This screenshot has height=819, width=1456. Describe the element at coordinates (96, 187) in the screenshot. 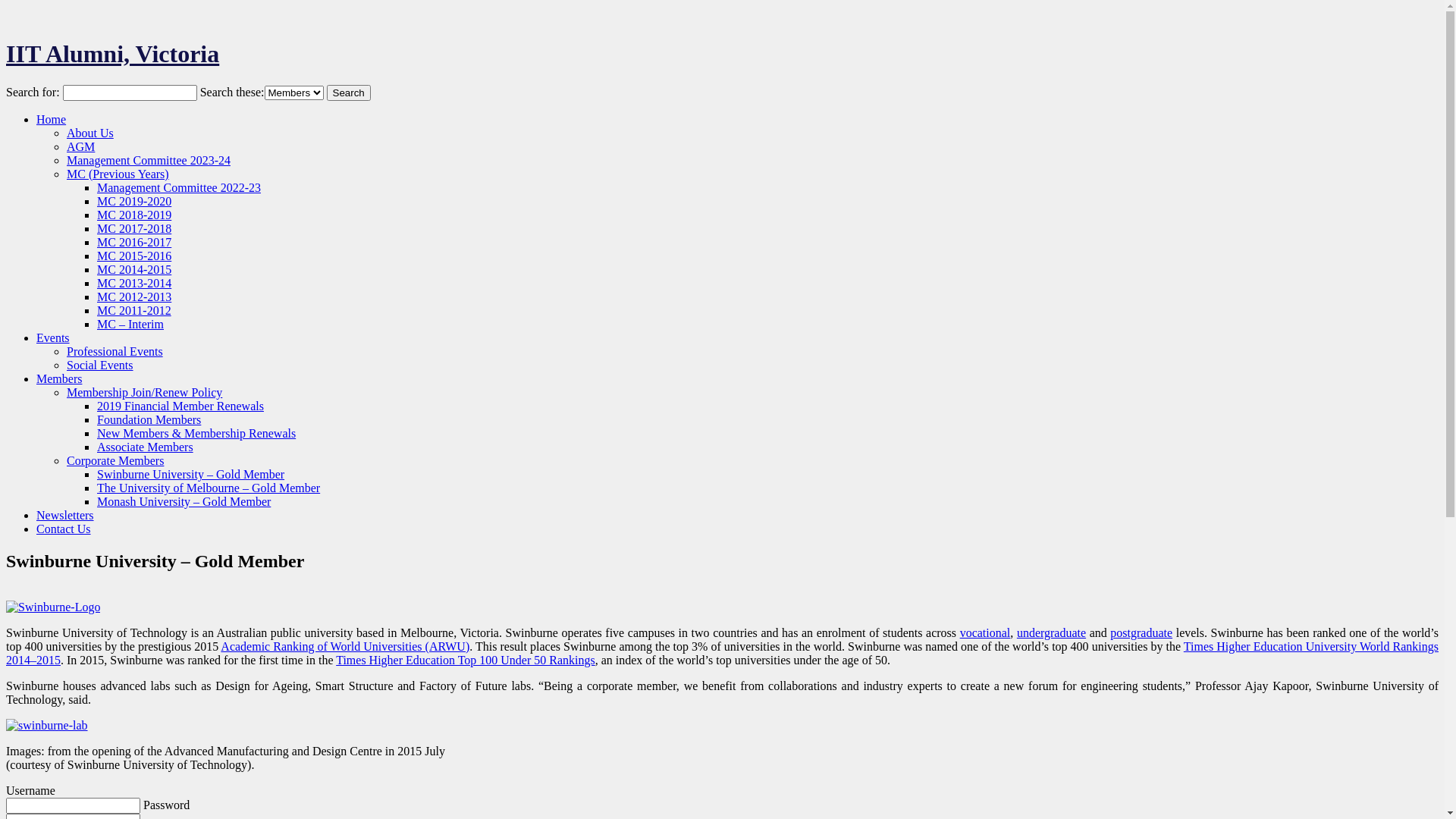

I see `'Management Committee 2022-23'` at that location.